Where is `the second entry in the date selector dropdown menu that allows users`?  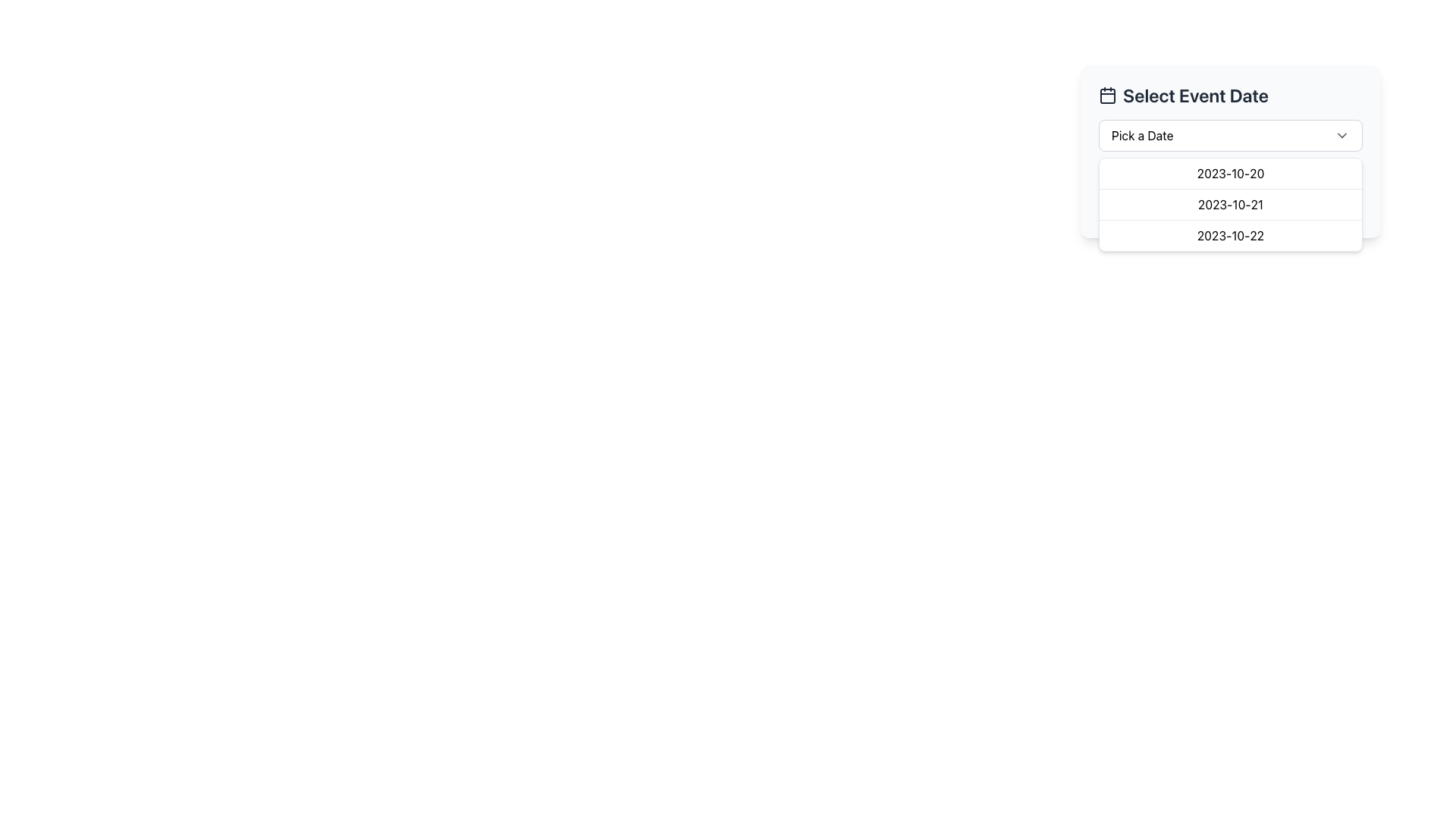 the second entry in the date selector dropdown menu that allows users is located at coordinates (1230, 205).